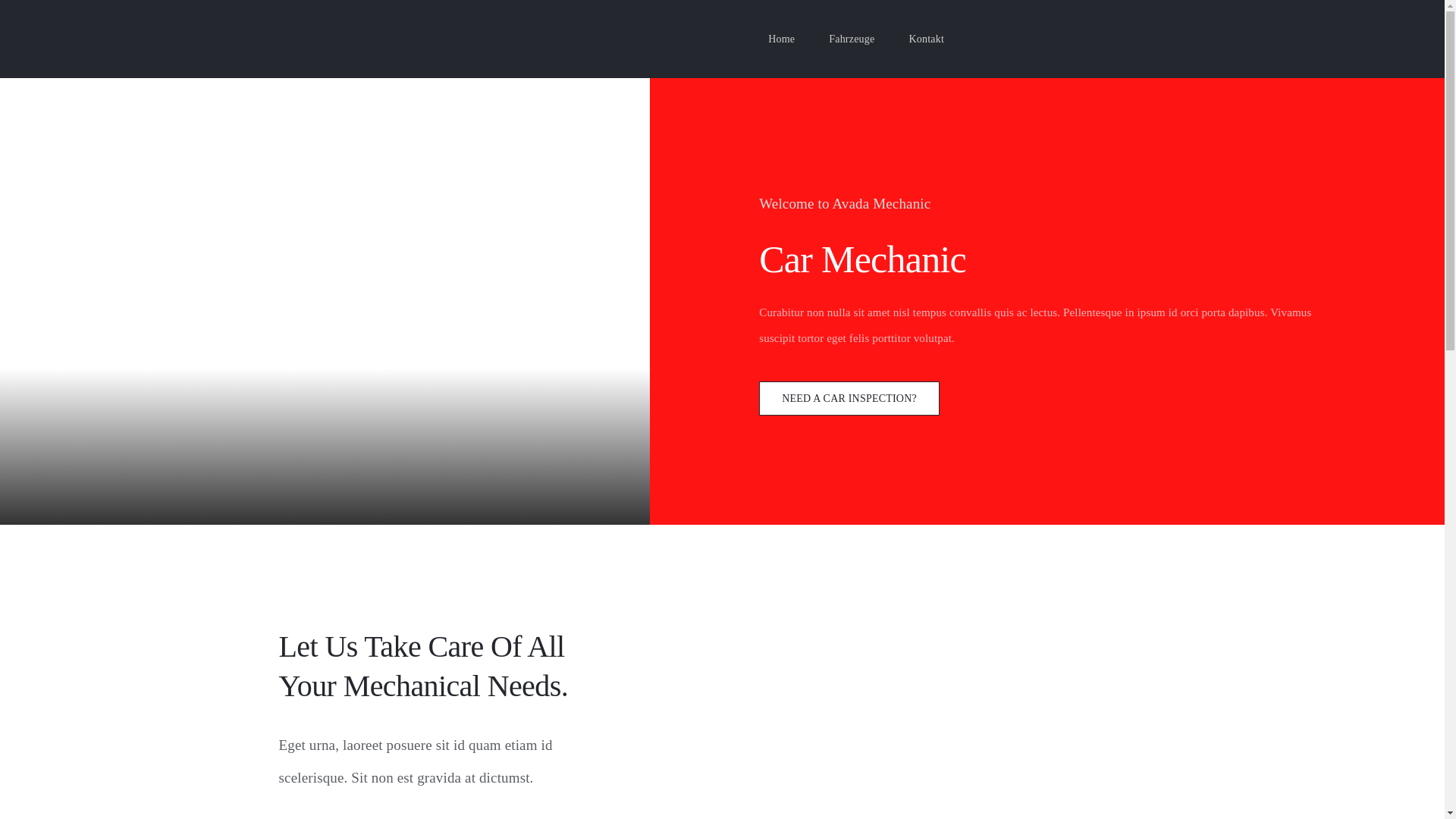  Describe the element at coordinates (767, 38) in the screenshot. I see `'Home'` at that location.